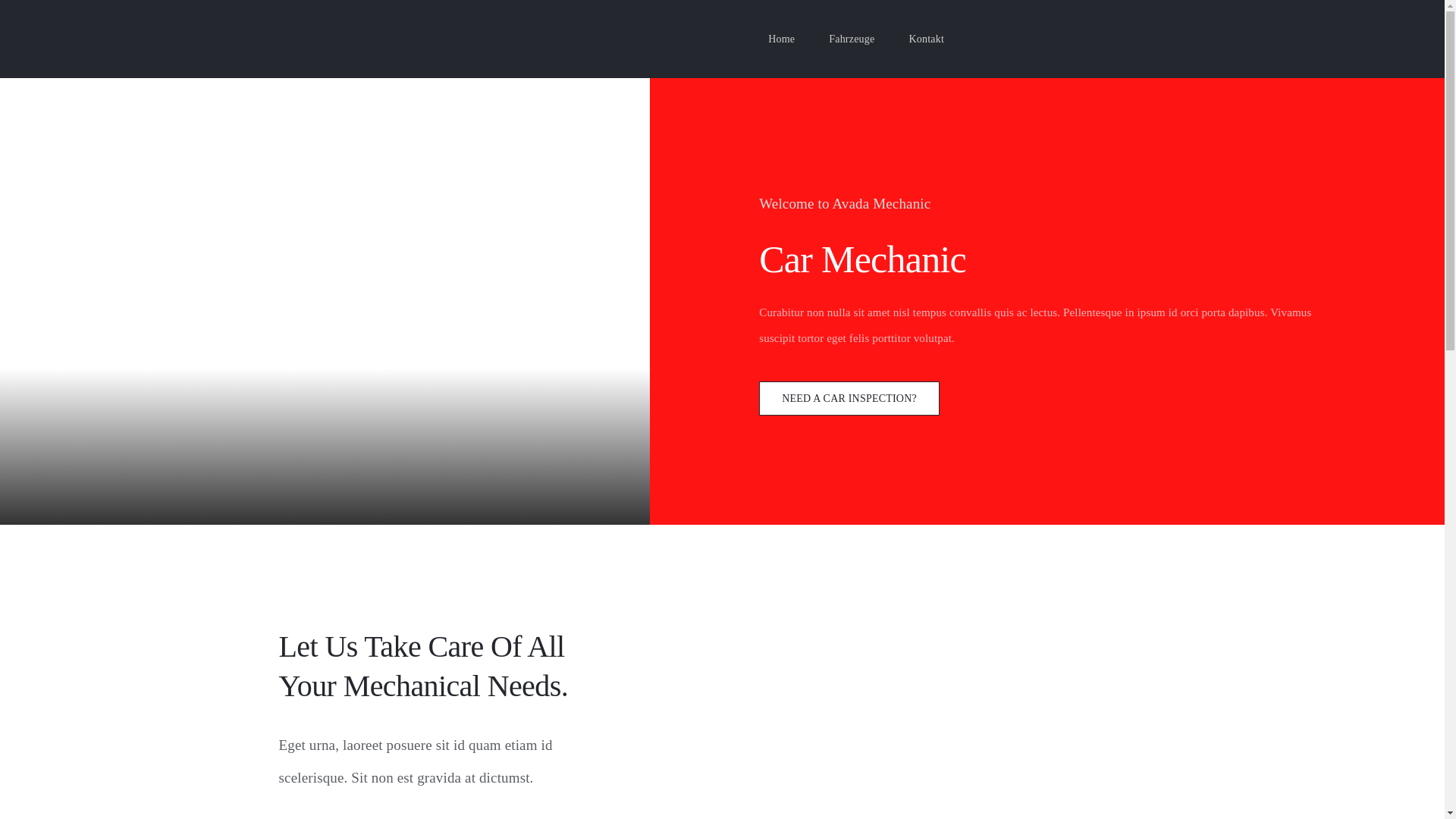  Describe the element at coordinates (767, 38) in the screenshot. I see `'Home'` at that location.